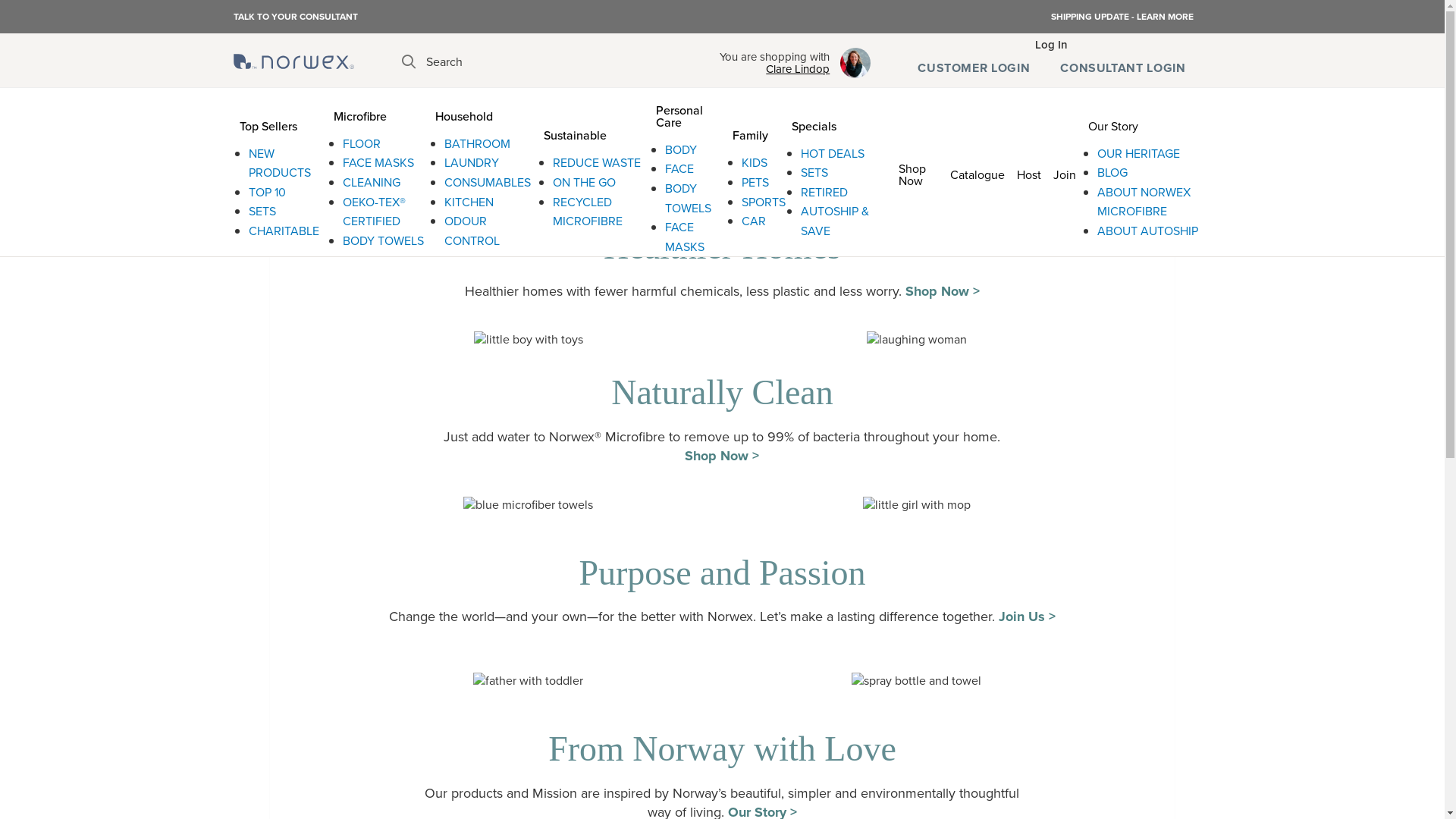 Image resolution: width=1456 pixels, height=819 pixels. Describe the element at coordinates (1027, 617) in the screenshot. I see `'Join Us >'` at that location.